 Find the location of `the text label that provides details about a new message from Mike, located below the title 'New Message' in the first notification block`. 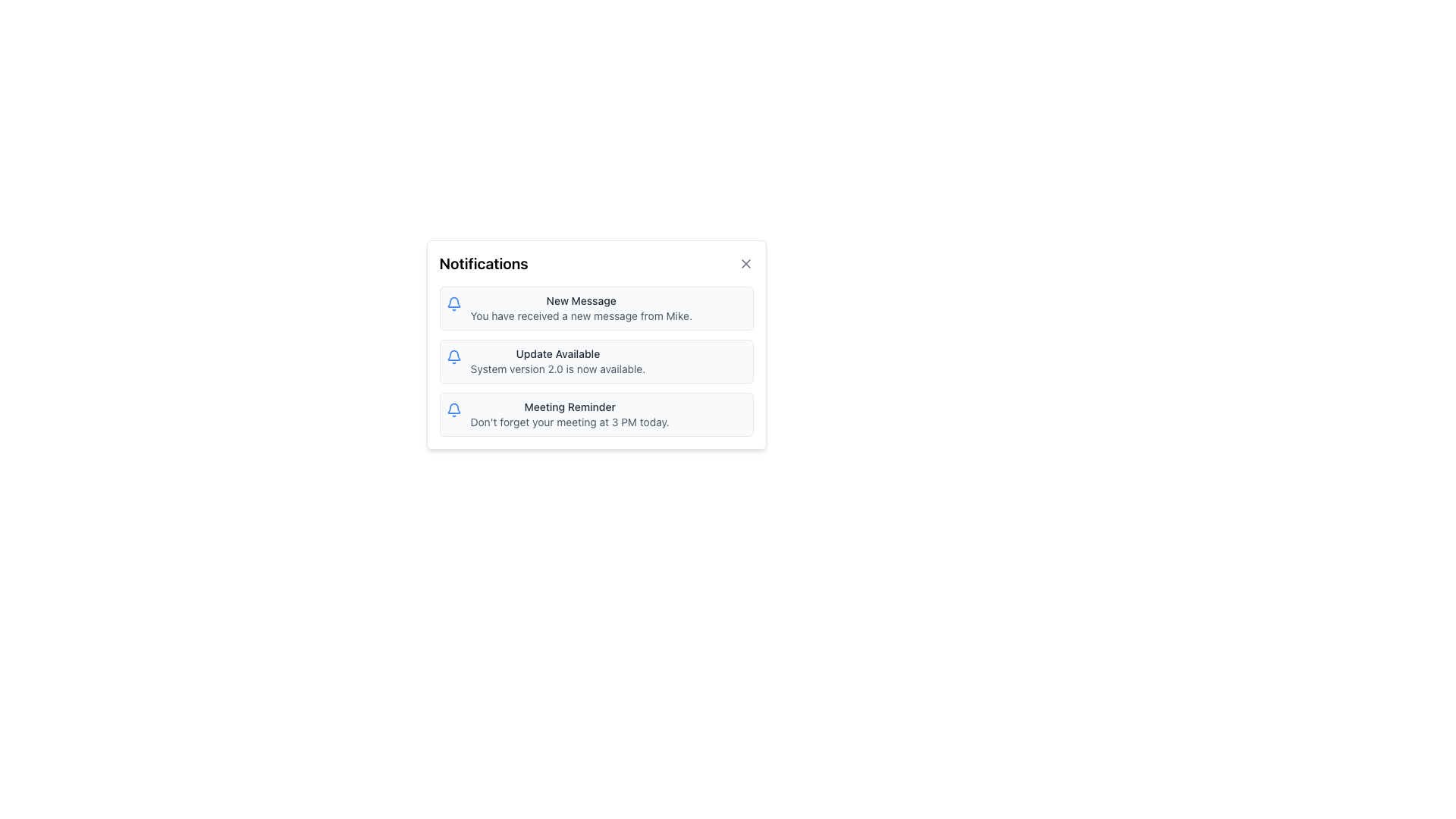

the text label that provides details about a new message from Mike, located below the title 'New Message' in the first notification block is located at coordinates (580, 315).